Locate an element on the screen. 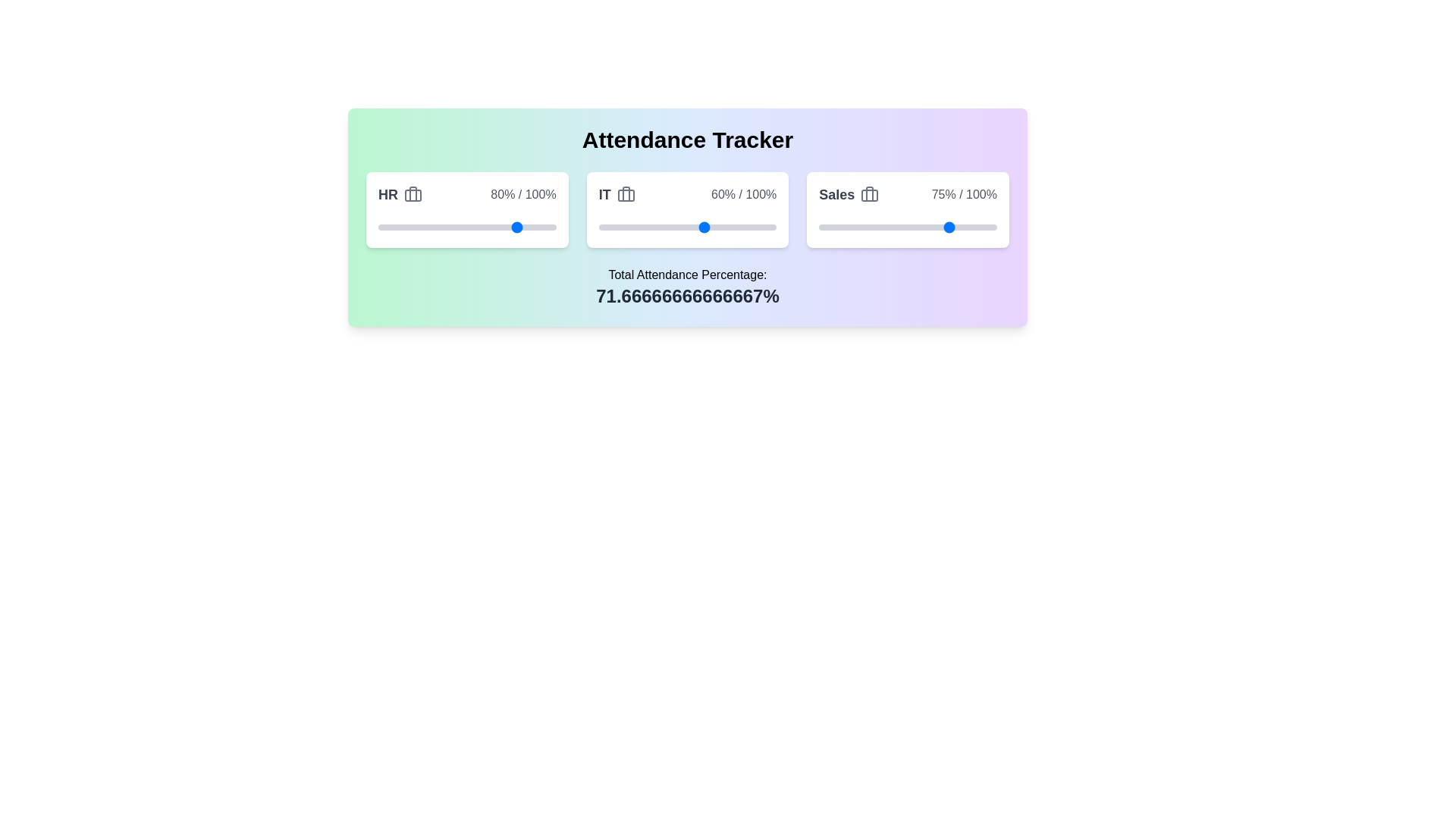  the slider value is located at coordinates (651, 227).